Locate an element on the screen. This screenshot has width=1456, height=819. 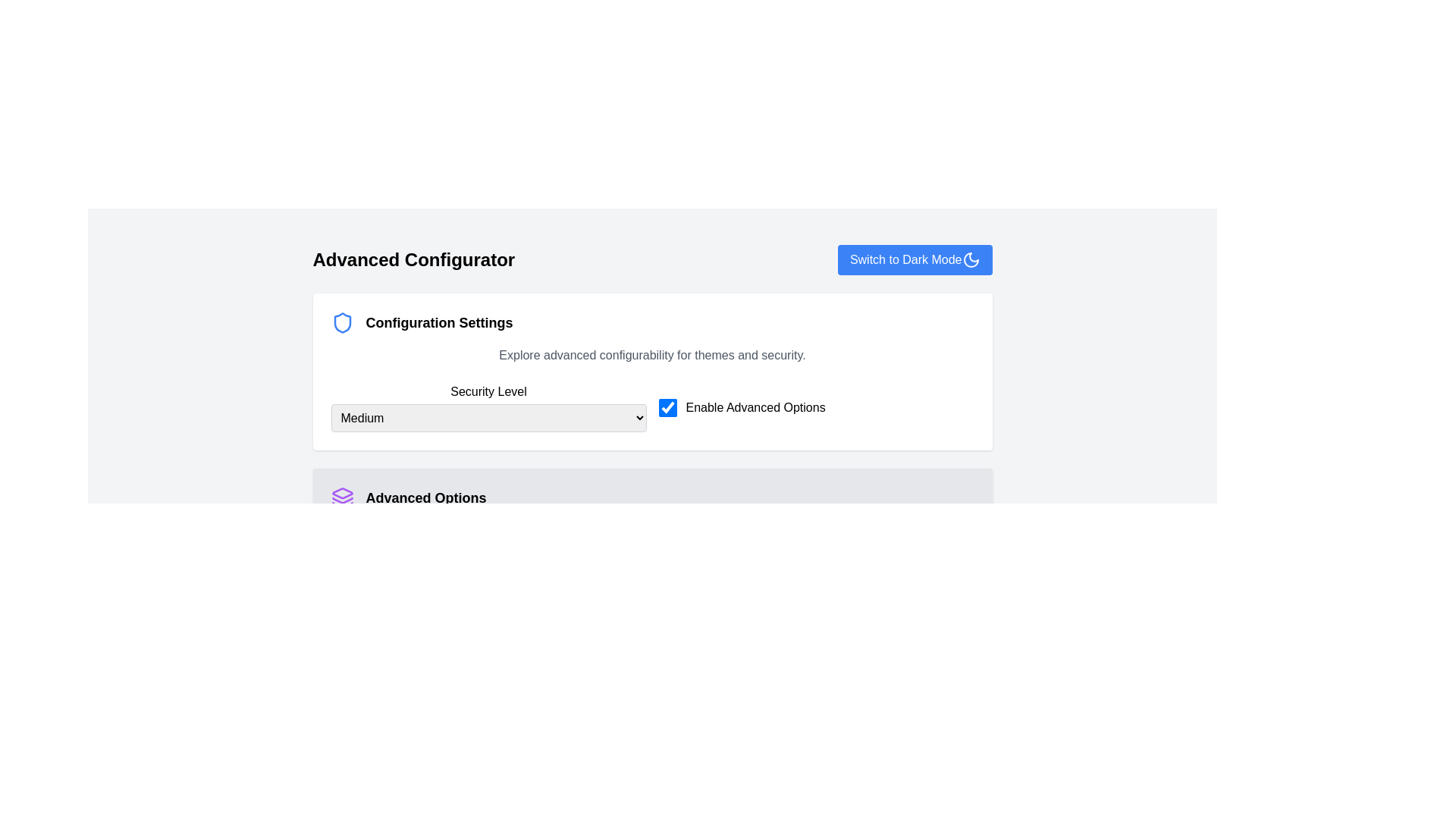
the crescent moon icon with a white outline on a blue background is located at coordinates (971, 259).